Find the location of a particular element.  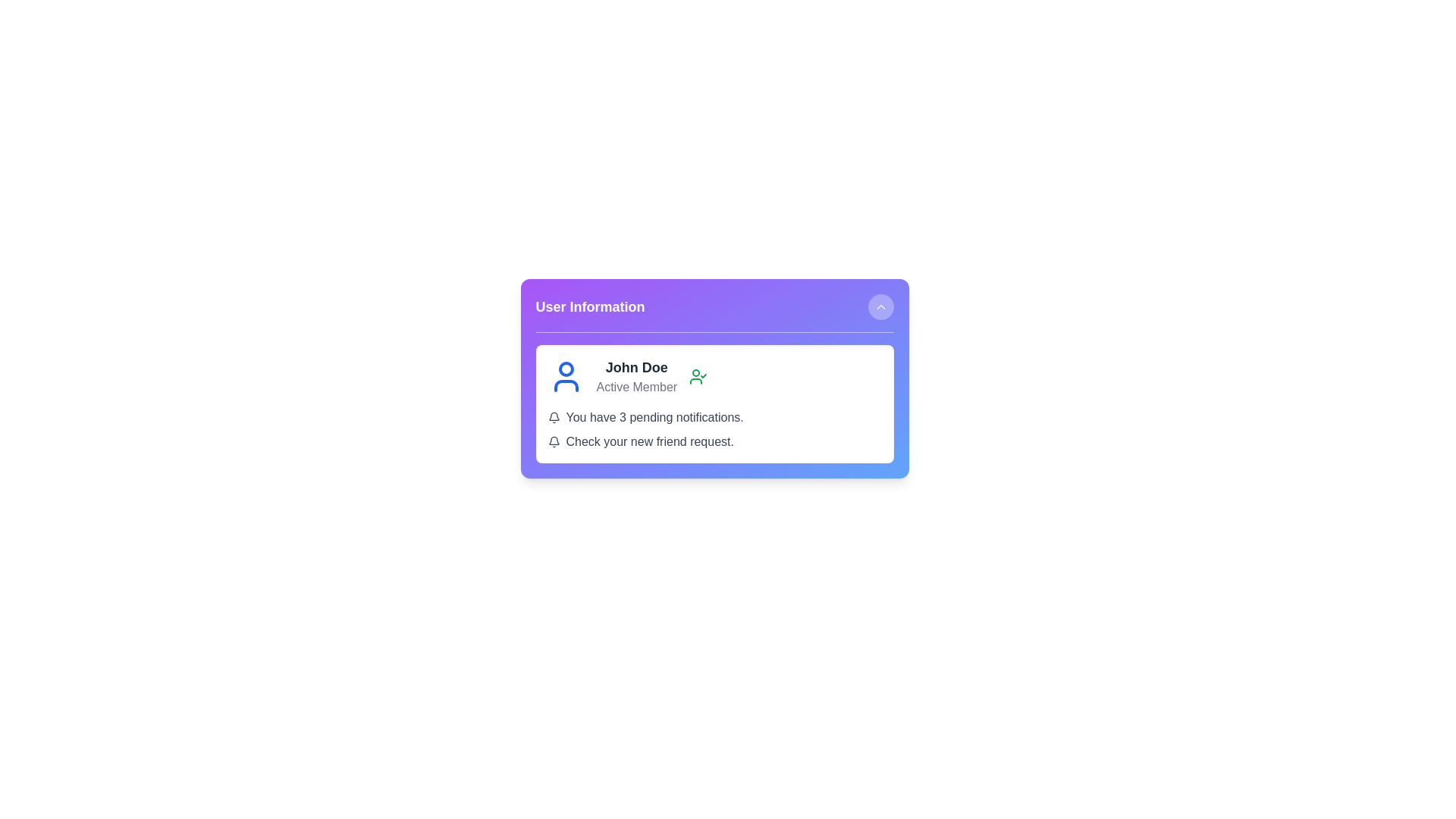

the membership status icon indicating that John Doe is an active member is located at coordinates (698, 376).